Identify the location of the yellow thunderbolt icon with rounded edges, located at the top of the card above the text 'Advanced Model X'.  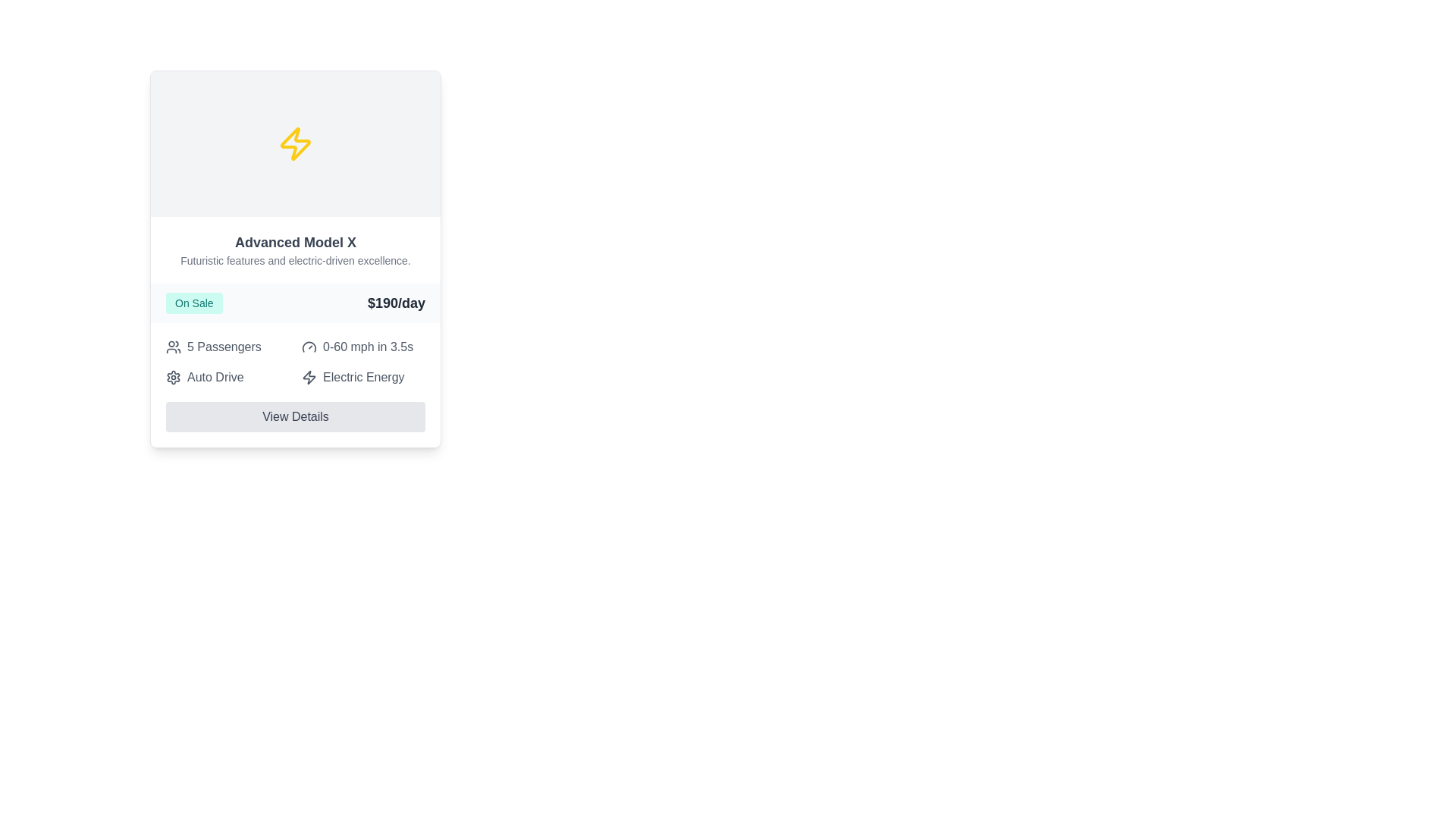
(295, 143).